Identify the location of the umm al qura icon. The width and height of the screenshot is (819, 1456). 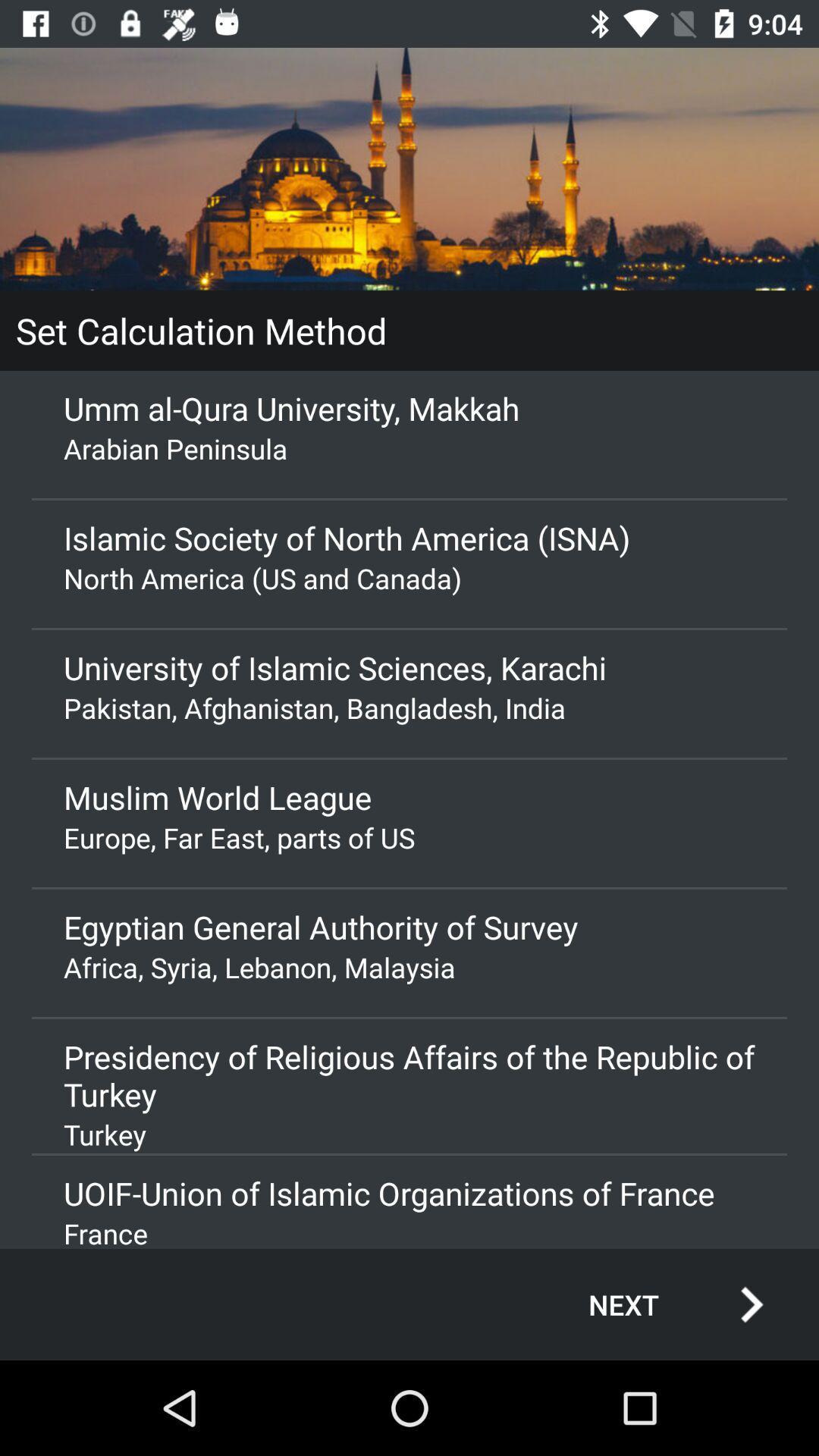
(409, 408).